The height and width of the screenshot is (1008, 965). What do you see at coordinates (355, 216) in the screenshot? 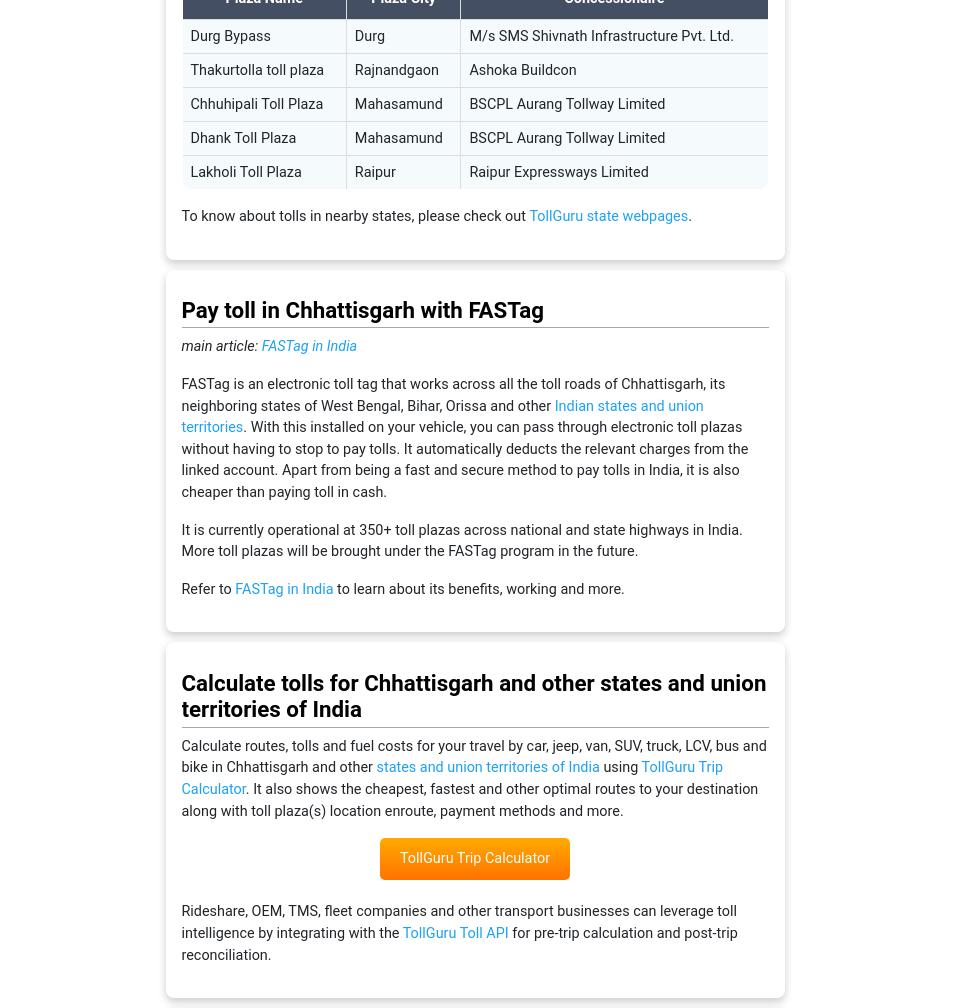
I see `'To know about tolls in nearby states, please check out'` at bounding box center [355, 216].